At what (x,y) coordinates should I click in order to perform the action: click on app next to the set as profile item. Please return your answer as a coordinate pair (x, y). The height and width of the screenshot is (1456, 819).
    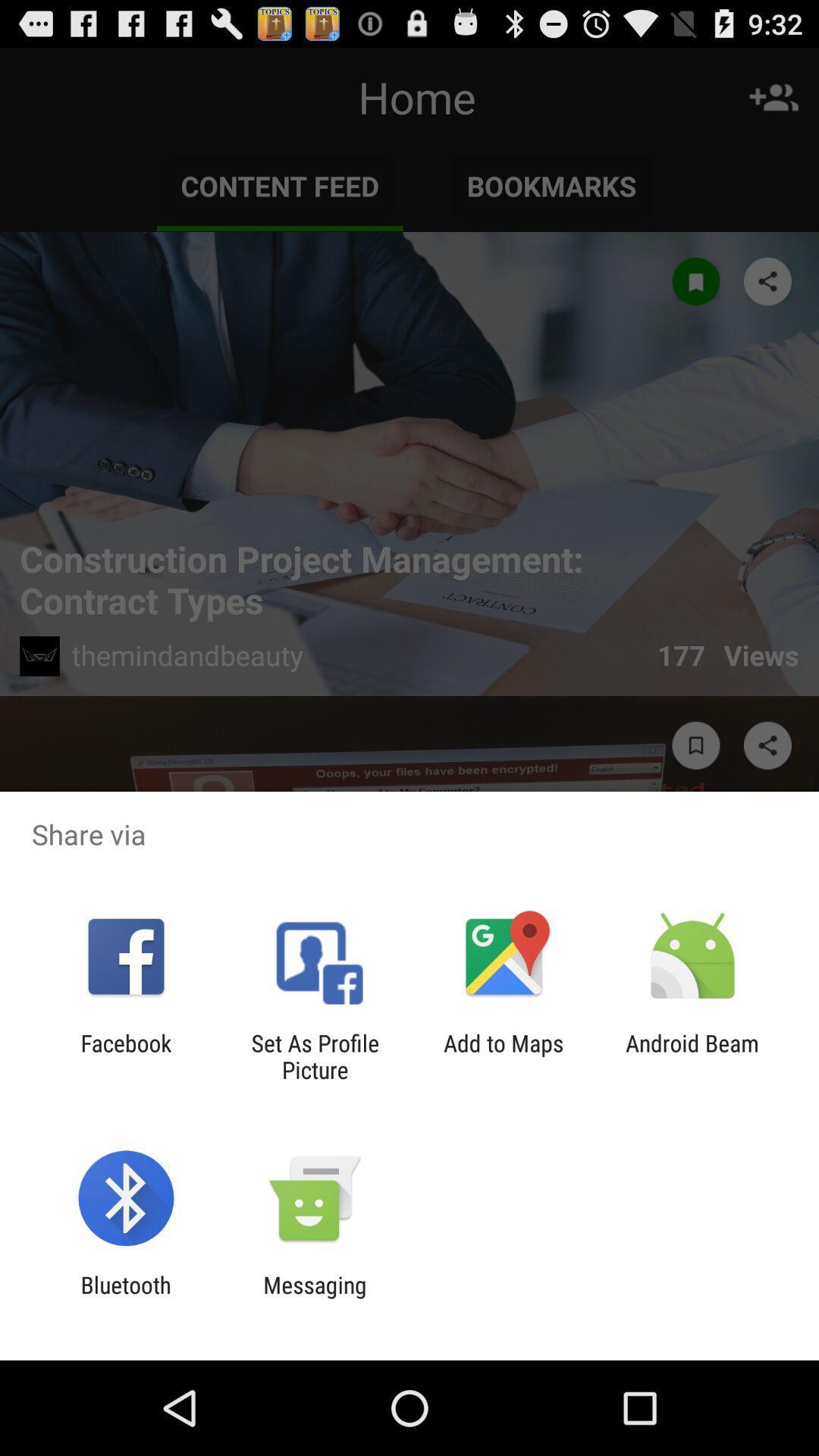
    Looking at the image, I should click on (125, 1056).